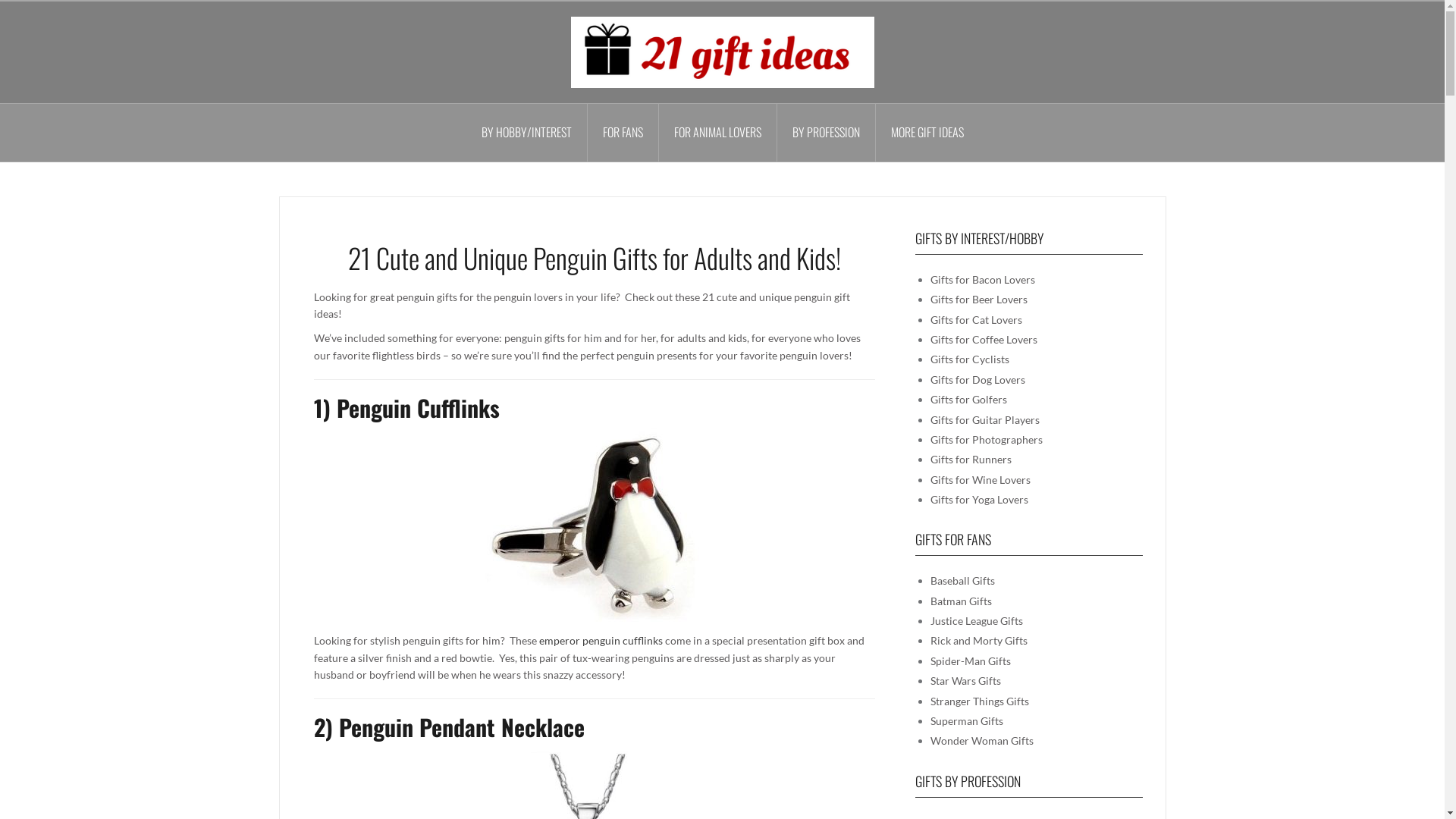  I want to click on 'Gifts for Yoga Lovers', so click(978, 499).